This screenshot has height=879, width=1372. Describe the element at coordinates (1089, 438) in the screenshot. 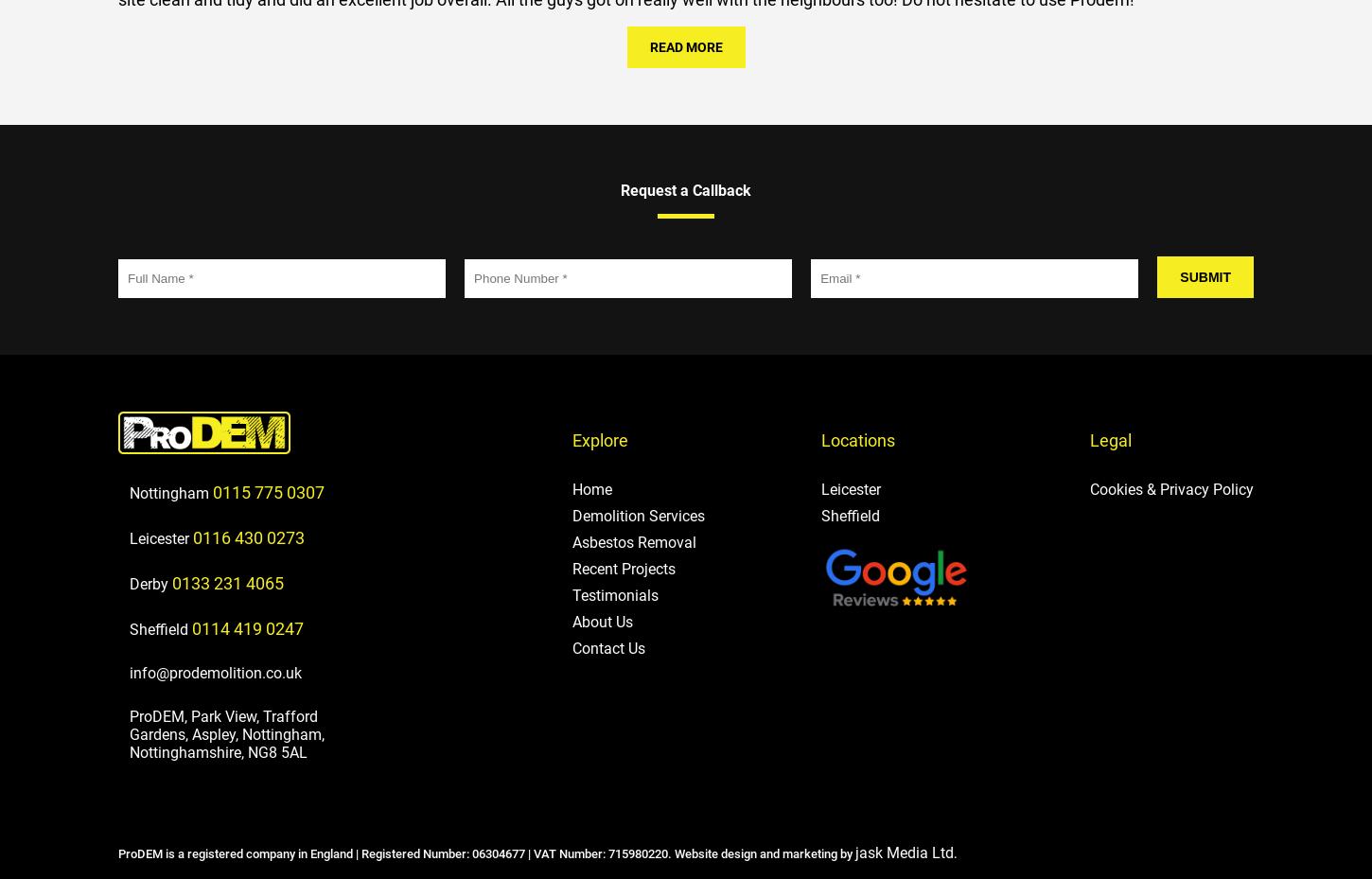

I see `'Legal'` at that location.